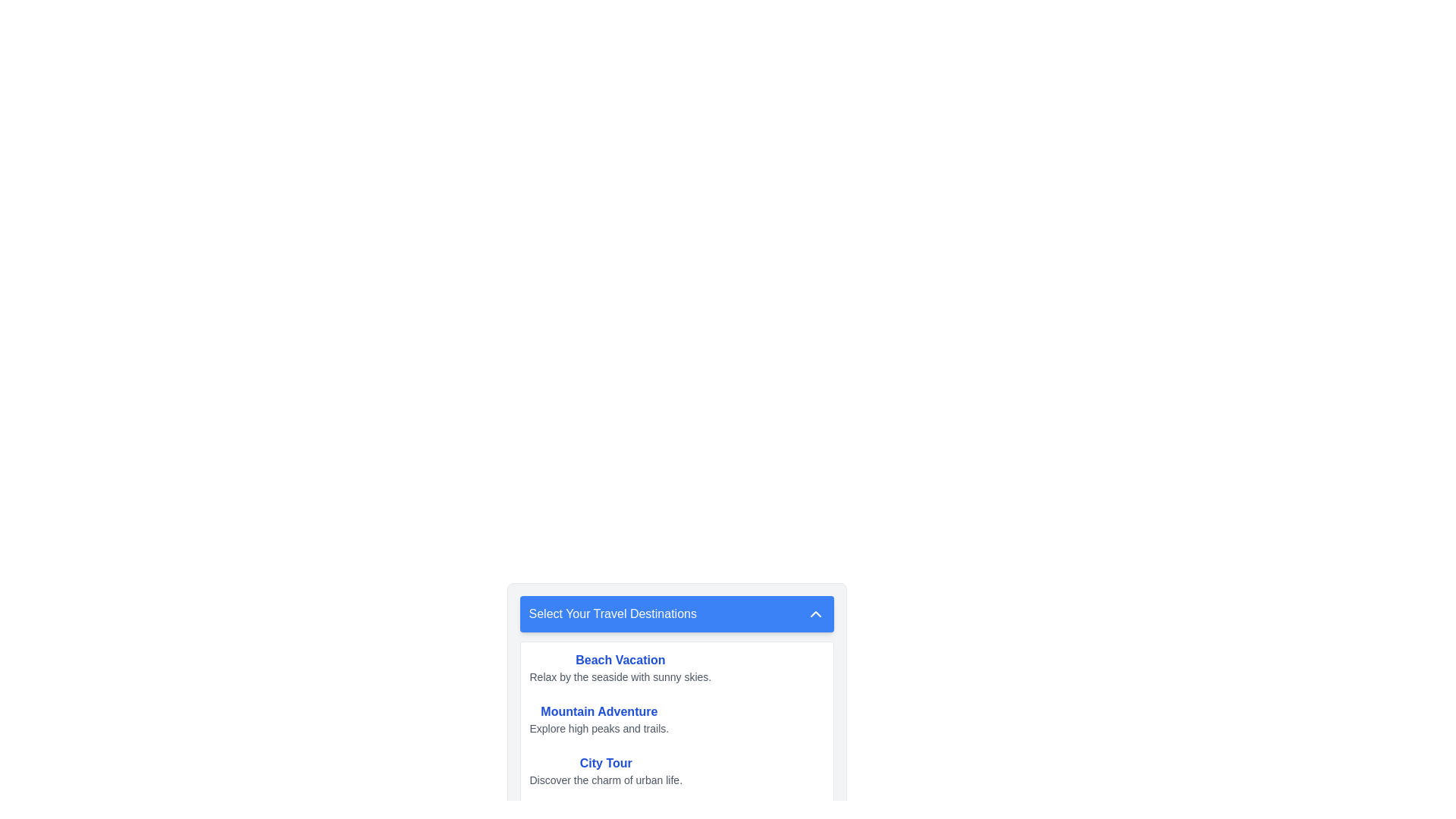 The height and width of the screenshot is (819, 1456). Describe the element at coordinates (676, 771) in the screenshot. I see `the third option` at that location.